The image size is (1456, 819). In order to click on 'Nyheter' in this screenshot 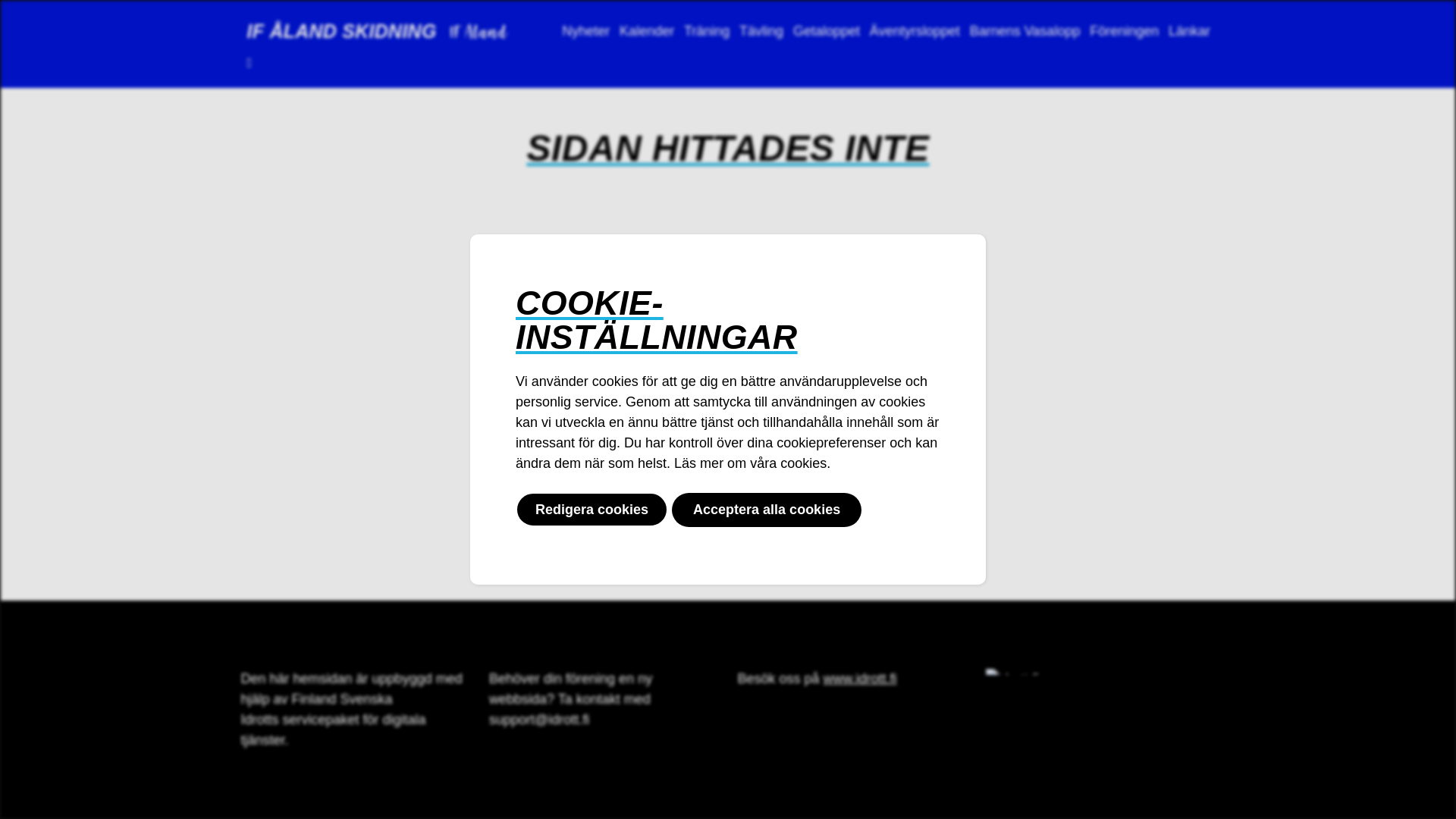, I will do `click(585, 31)`.